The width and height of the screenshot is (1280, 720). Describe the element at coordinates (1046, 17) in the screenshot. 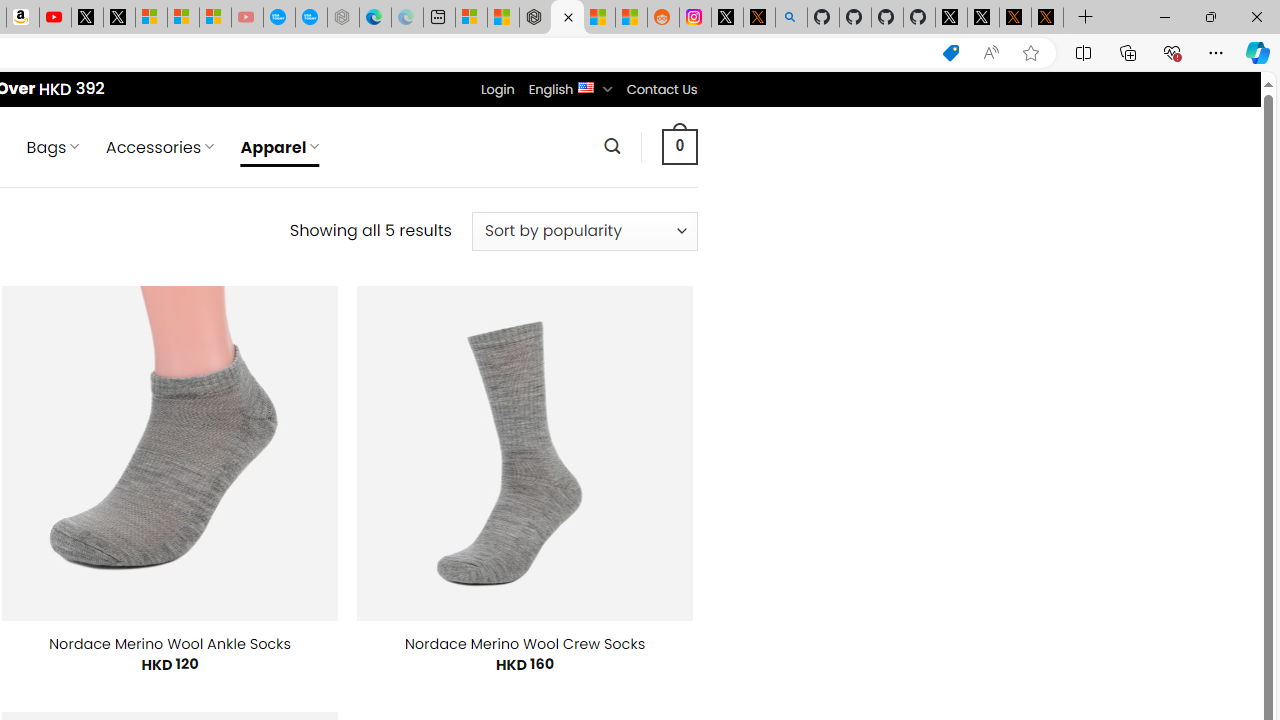

I see `'X Privacy Policy'` at that location.